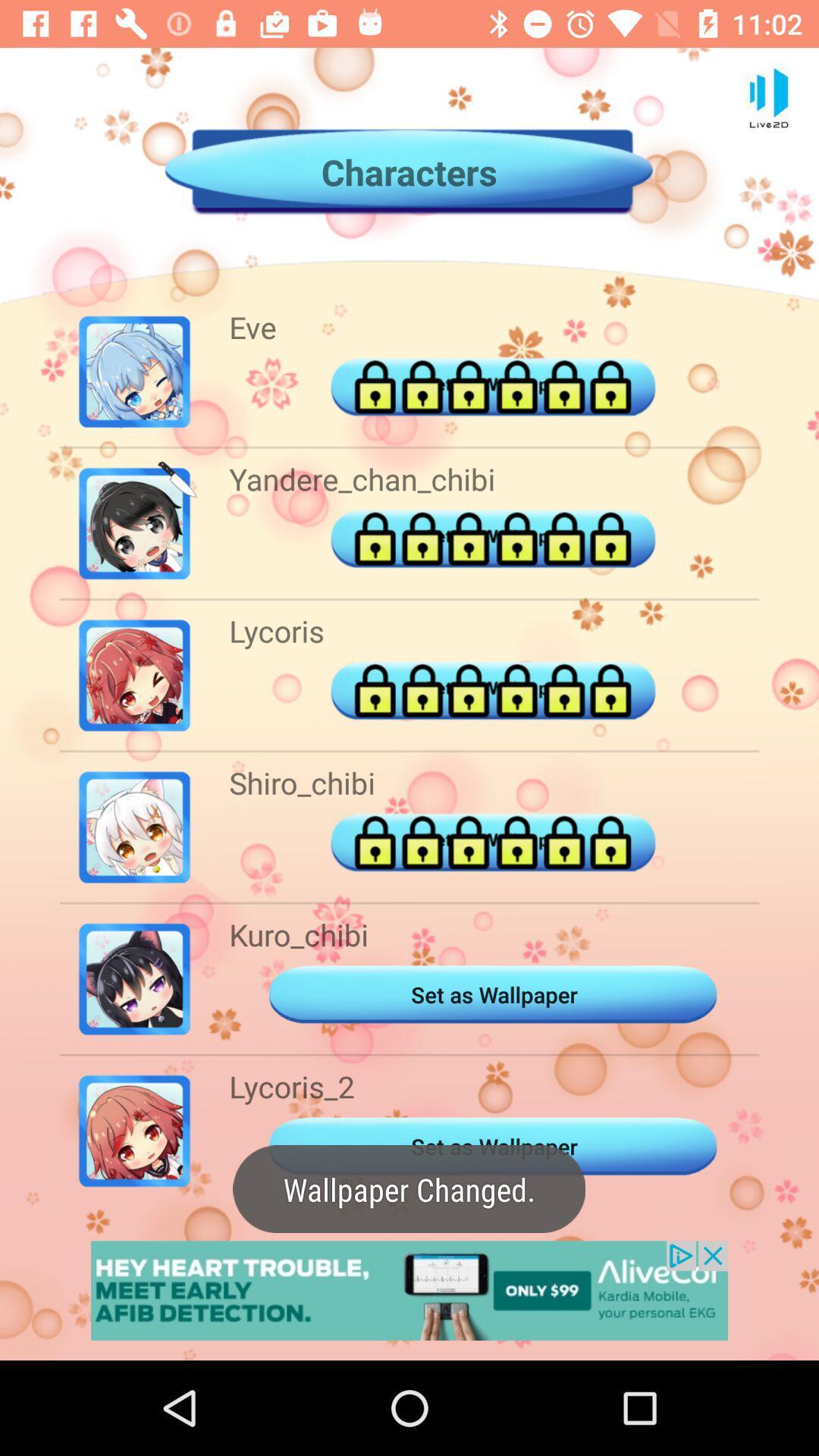 Image resolution: width=819 pixels, height=1456 pixels. Describe the element at coordinates (409, 1290) in the screenshot. I see `visit the page` at that location.